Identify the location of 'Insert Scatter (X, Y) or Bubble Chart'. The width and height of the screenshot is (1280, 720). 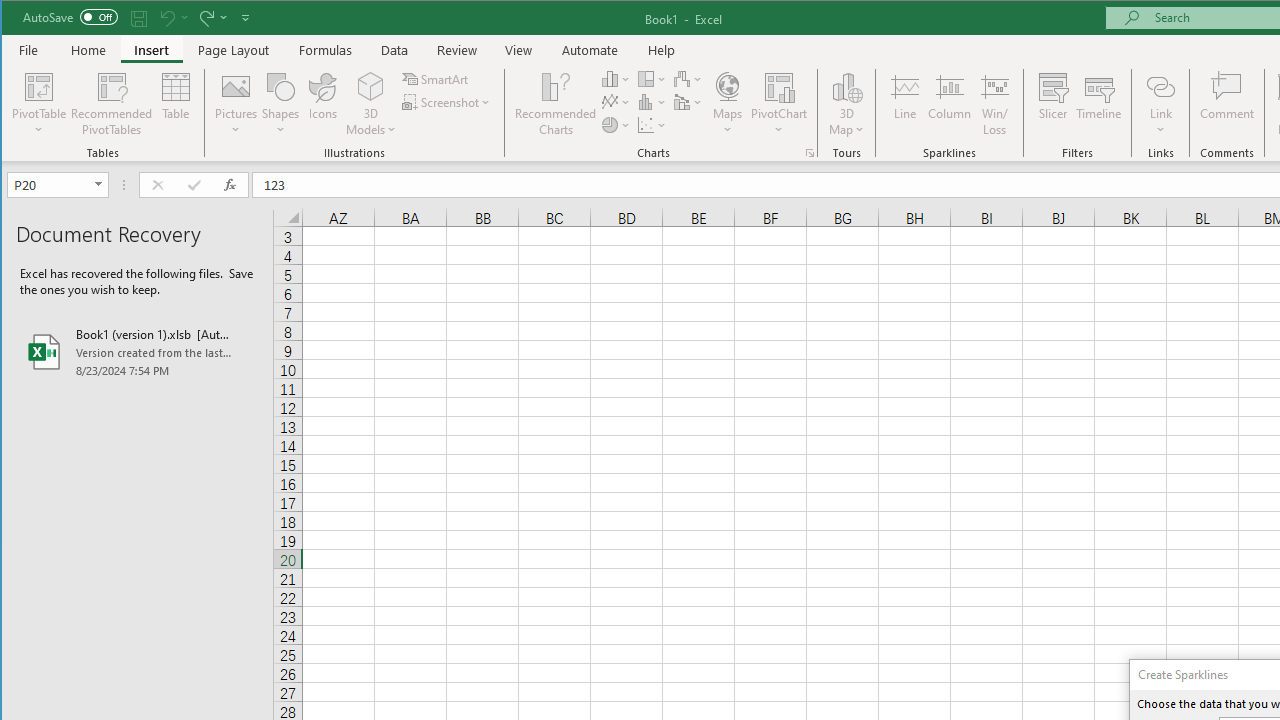
(652, 125).